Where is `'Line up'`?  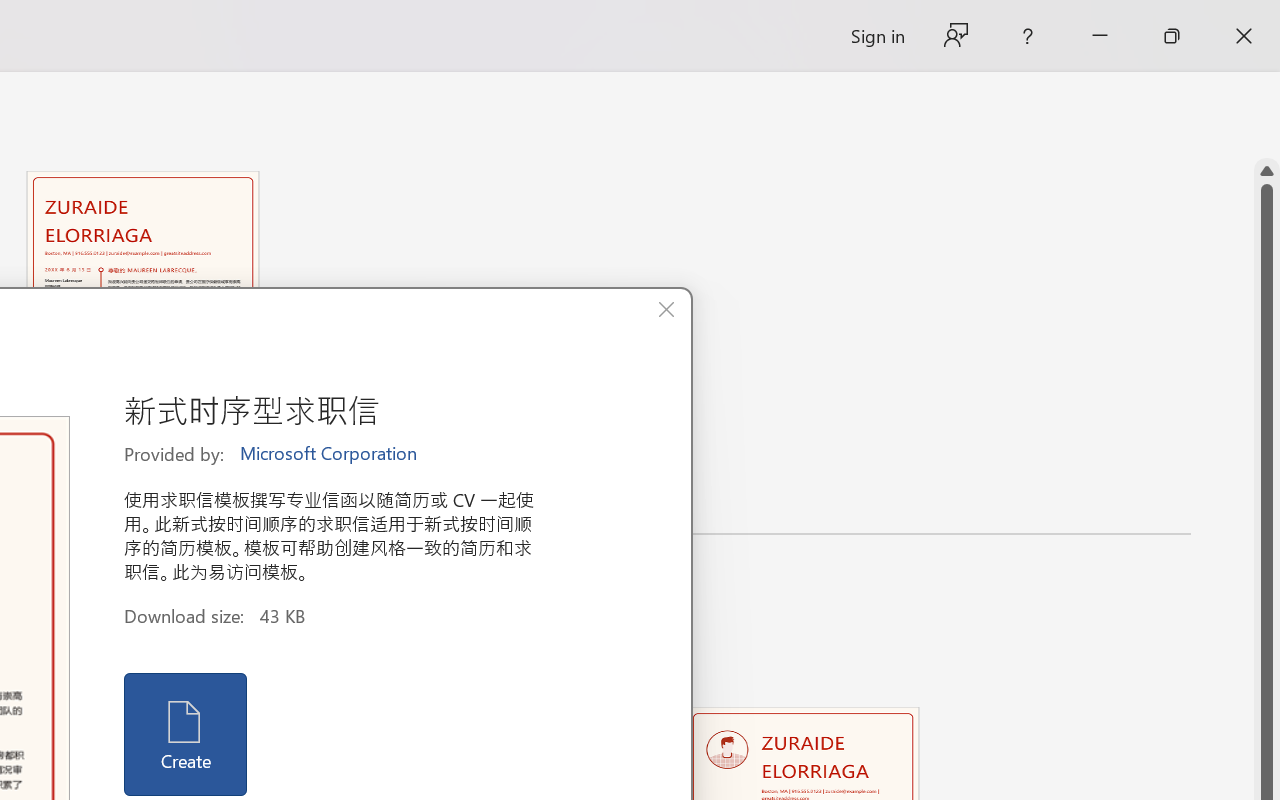
'Line up' is located at coordinates (1266, 170).